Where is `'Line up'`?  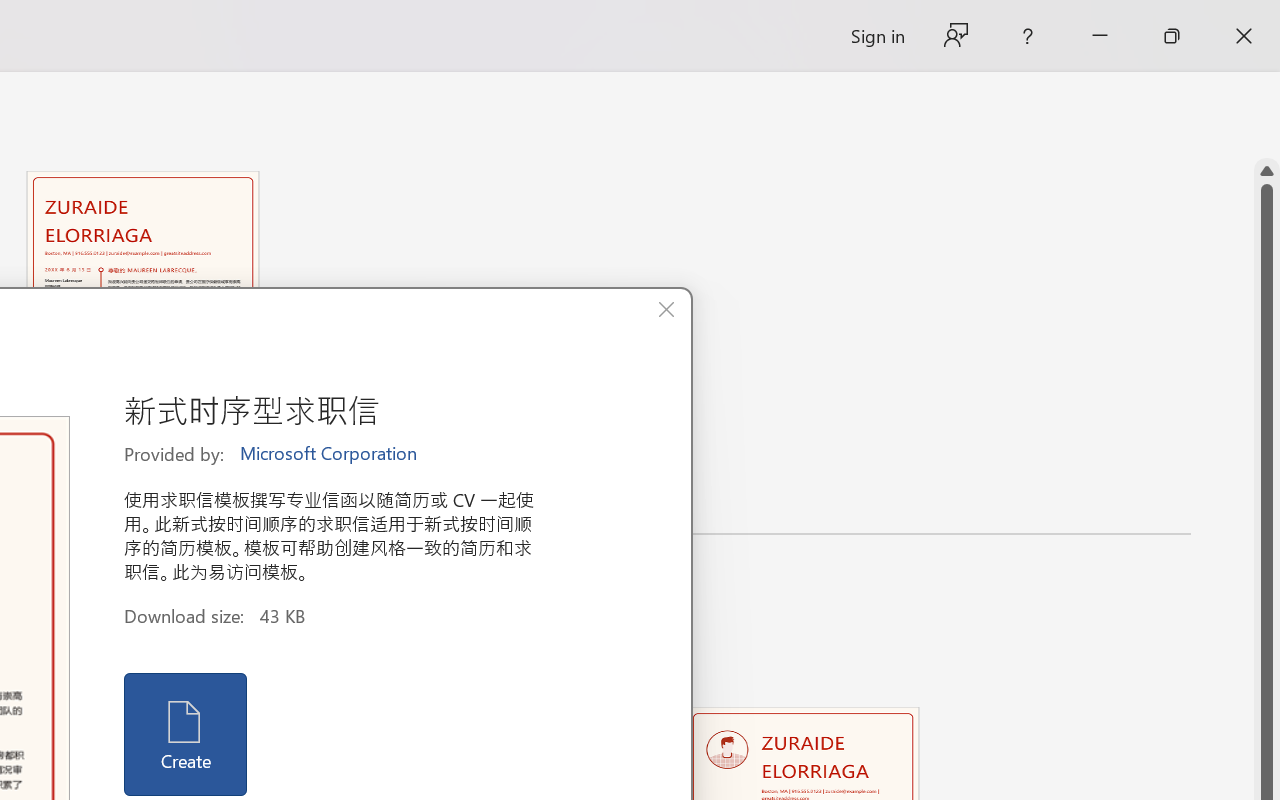
'Line up' is located at coordinates (1266, 170).